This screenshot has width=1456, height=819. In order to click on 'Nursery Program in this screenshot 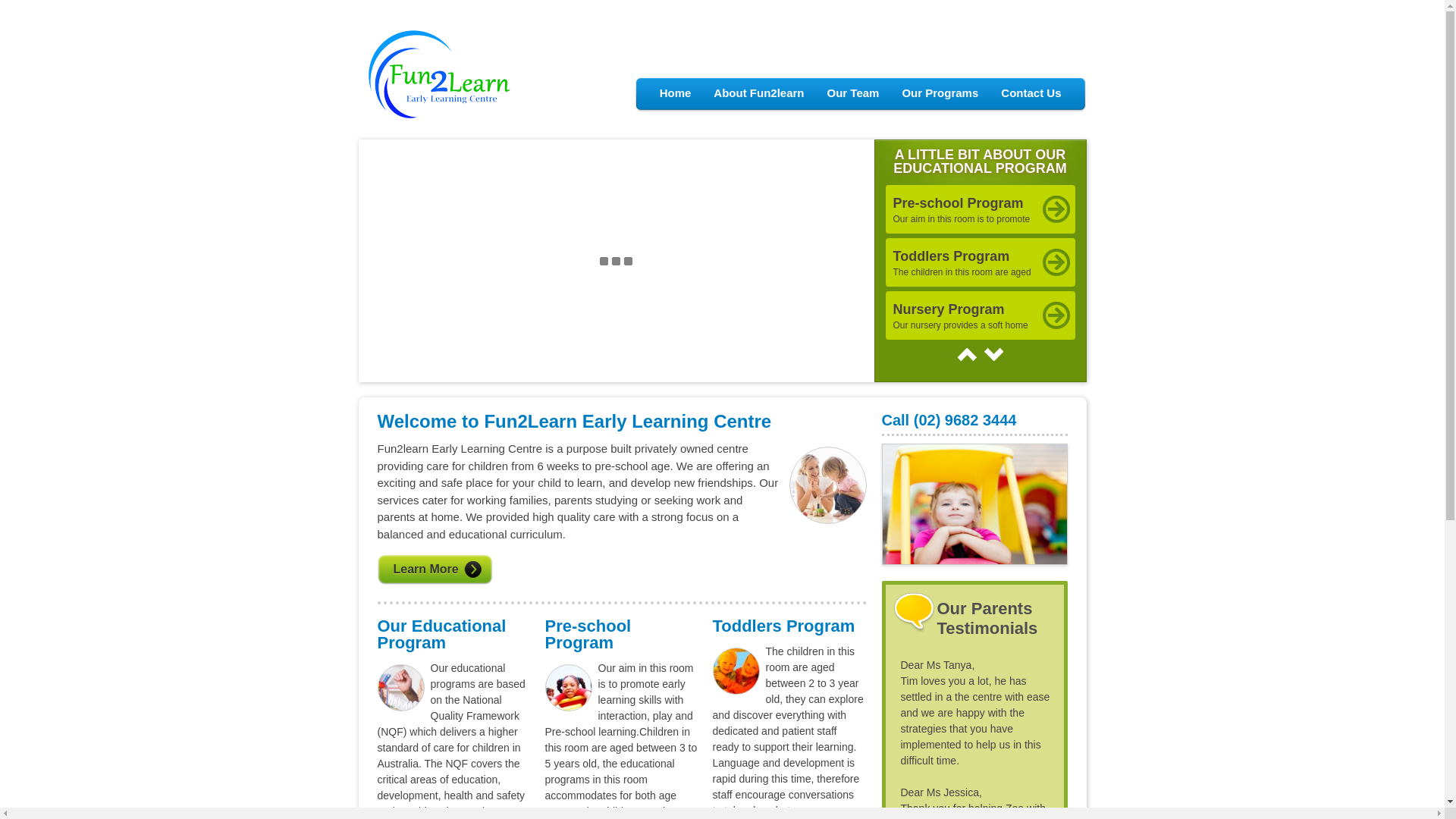, I will do `click(885, 315)`.